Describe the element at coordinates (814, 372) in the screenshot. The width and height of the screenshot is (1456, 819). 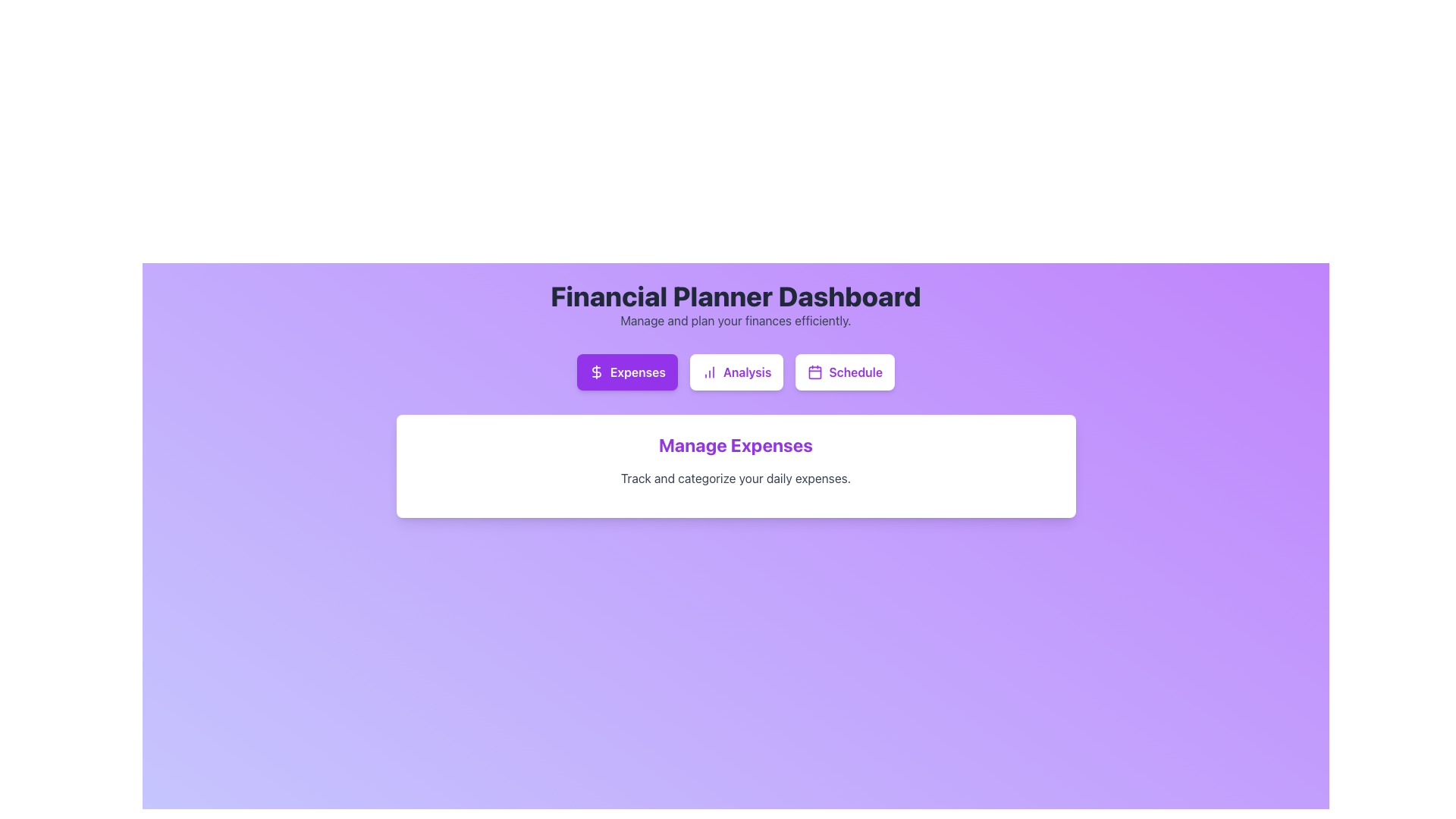
I see `the 'Schedule' icon located on the left portion of the 'Schedule' button in the upper section of the interface` at that location.